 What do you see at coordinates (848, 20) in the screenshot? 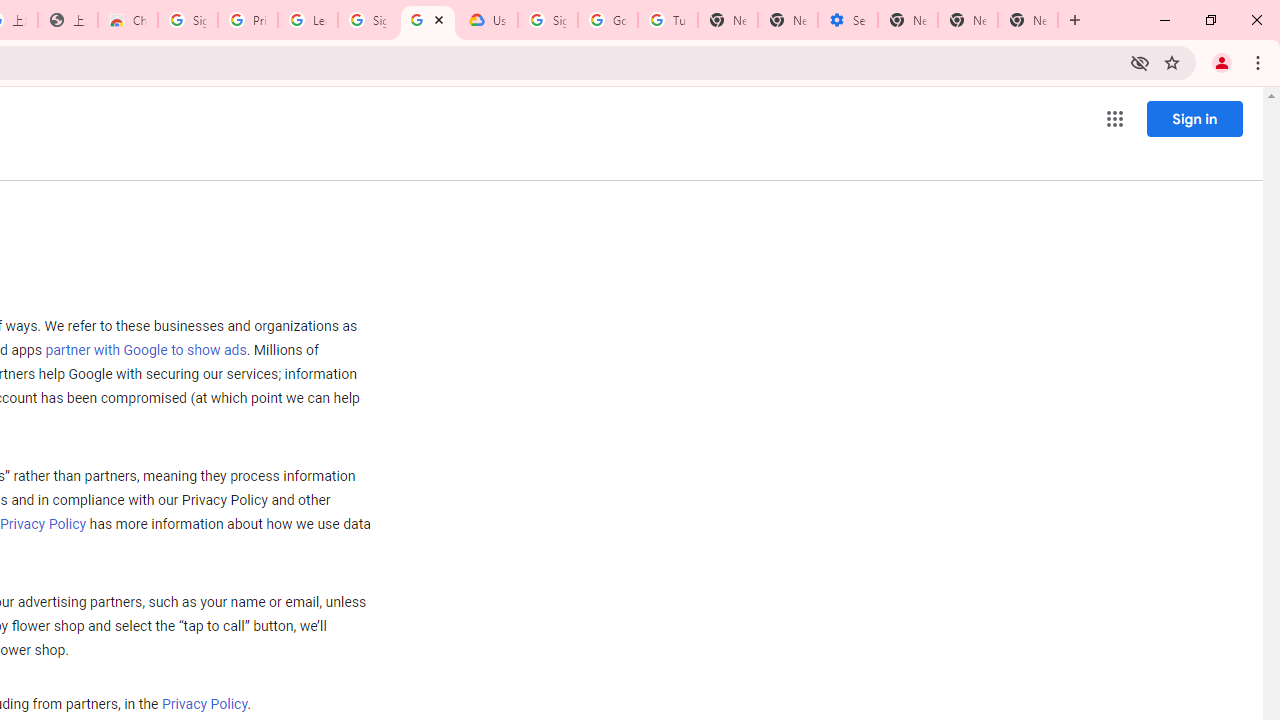
I see `'Settings - Addresses and more'` at bounding box center [848, 20].